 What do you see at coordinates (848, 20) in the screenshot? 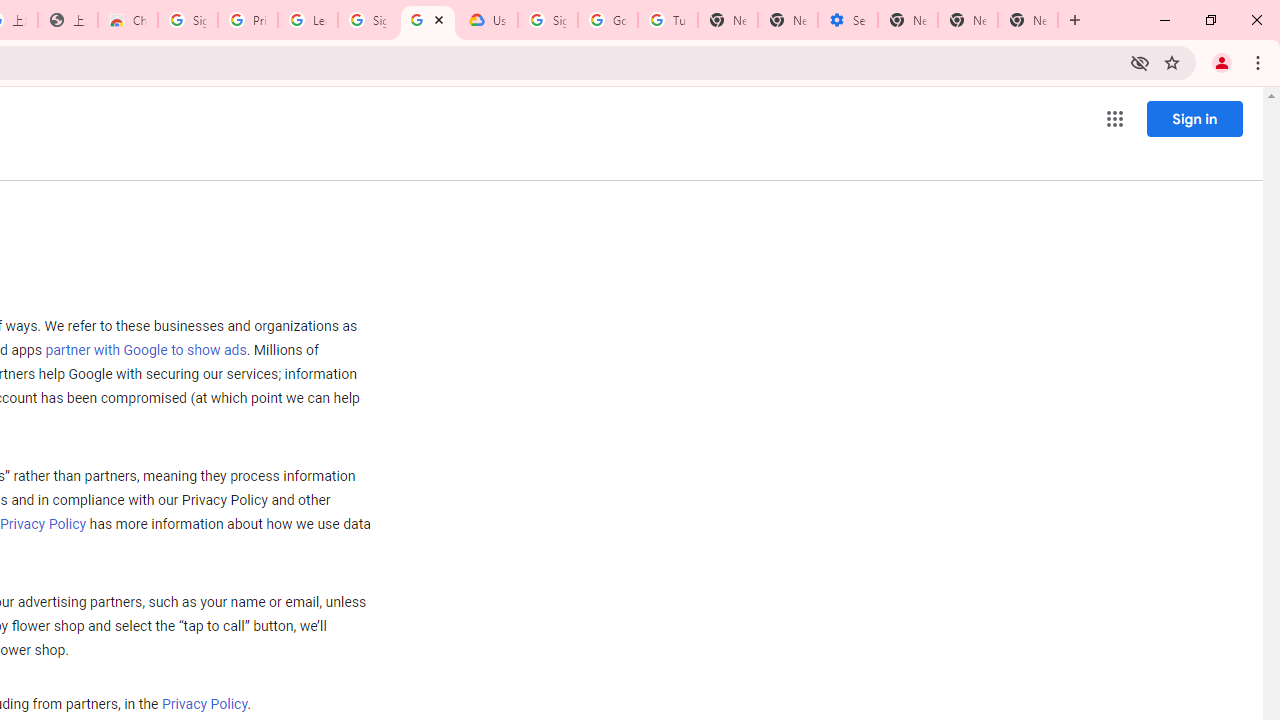
I see `'Settings - Addresses and more'` at bounding box center [848, 20].